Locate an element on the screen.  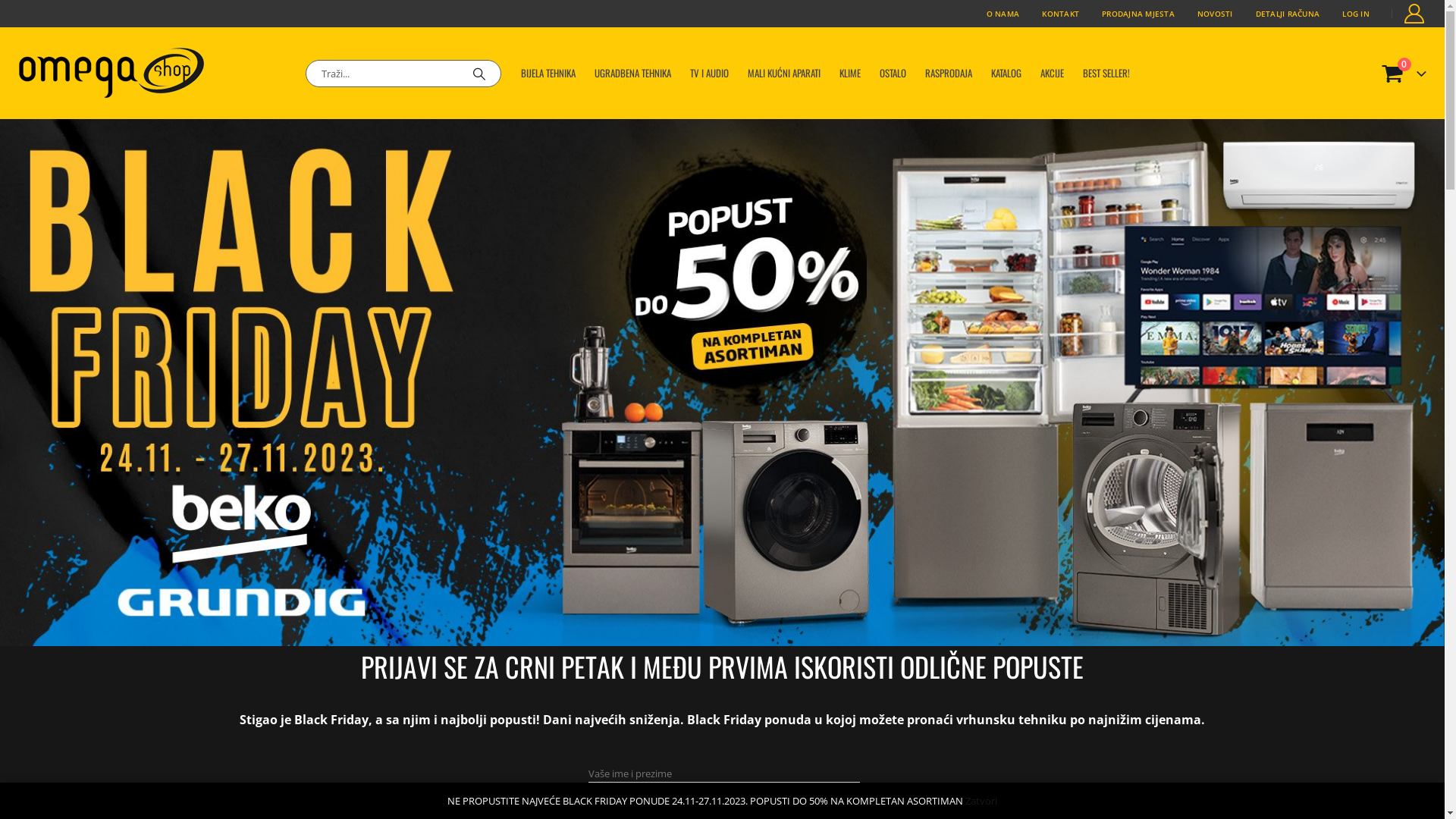
'KATALOG' is located at coordinates (1006, 73).